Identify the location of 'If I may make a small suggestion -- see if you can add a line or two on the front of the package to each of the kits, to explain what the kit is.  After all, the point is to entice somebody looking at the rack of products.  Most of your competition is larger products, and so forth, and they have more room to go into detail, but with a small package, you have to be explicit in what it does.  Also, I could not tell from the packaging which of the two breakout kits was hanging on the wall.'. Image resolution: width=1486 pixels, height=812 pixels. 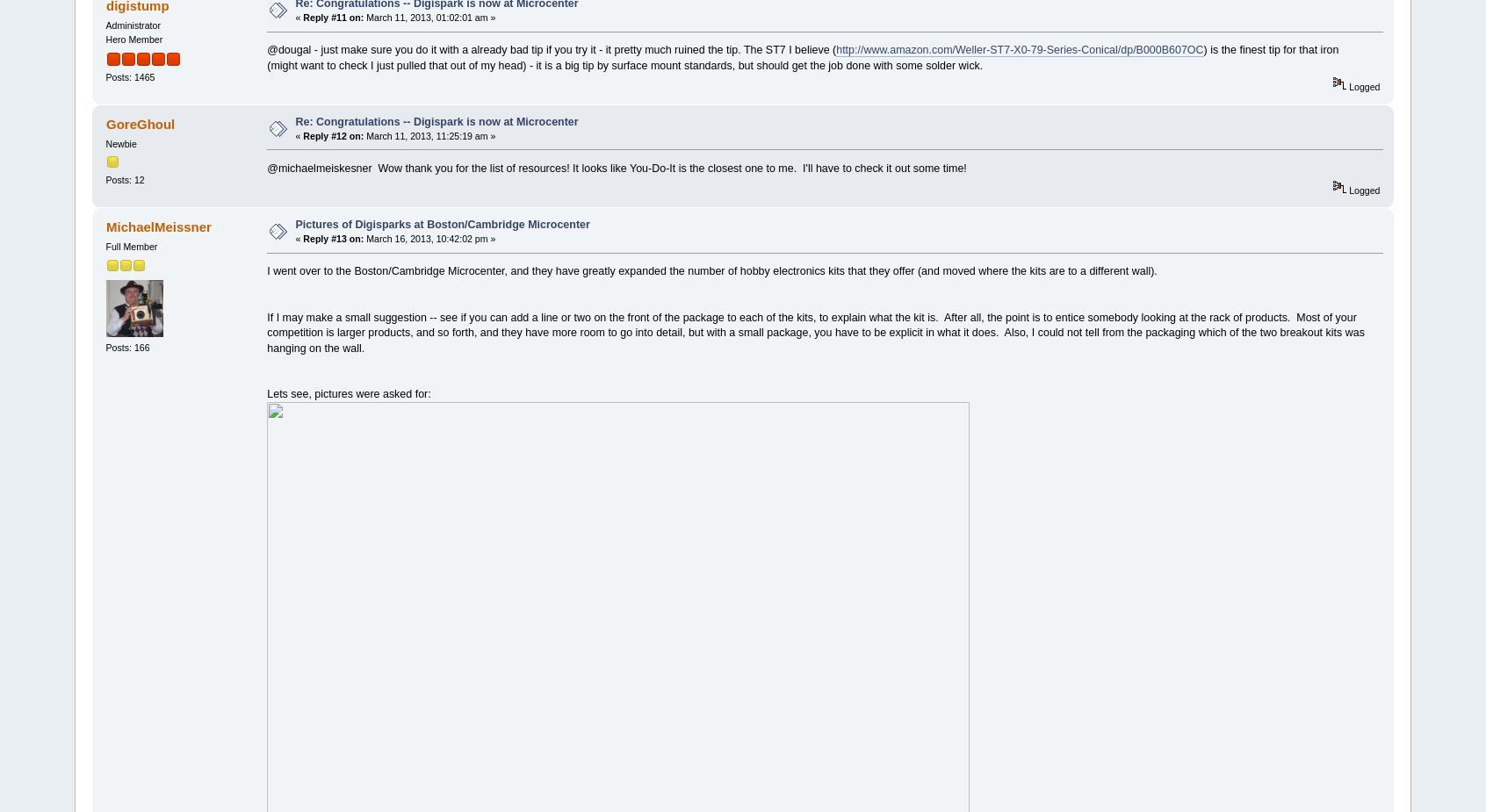
(815, 331).